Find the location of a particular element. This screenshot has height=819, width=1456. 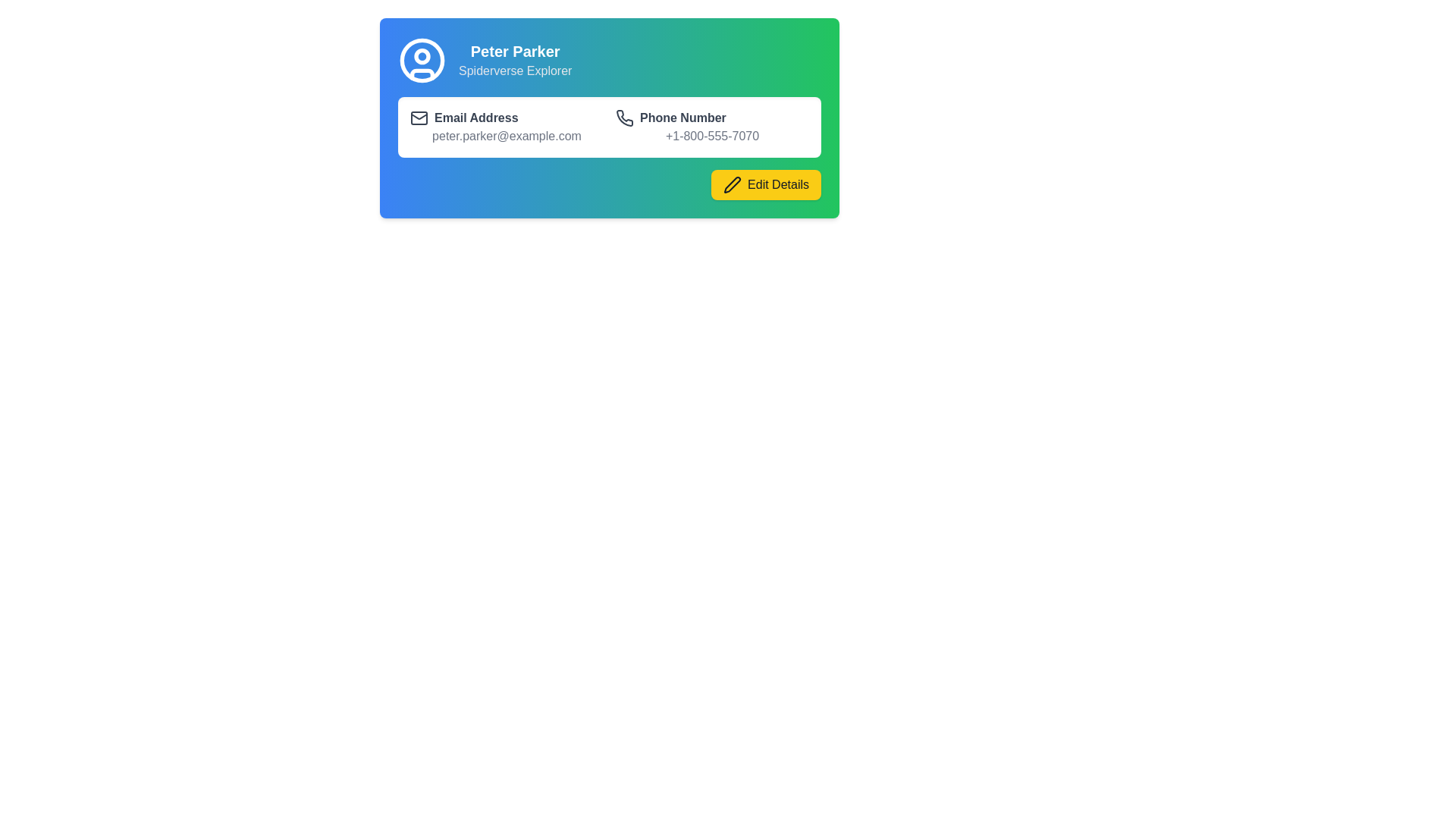

the Profile Header element that displays the user's name and title for accessibility tools is located at coordinates (610, 60).